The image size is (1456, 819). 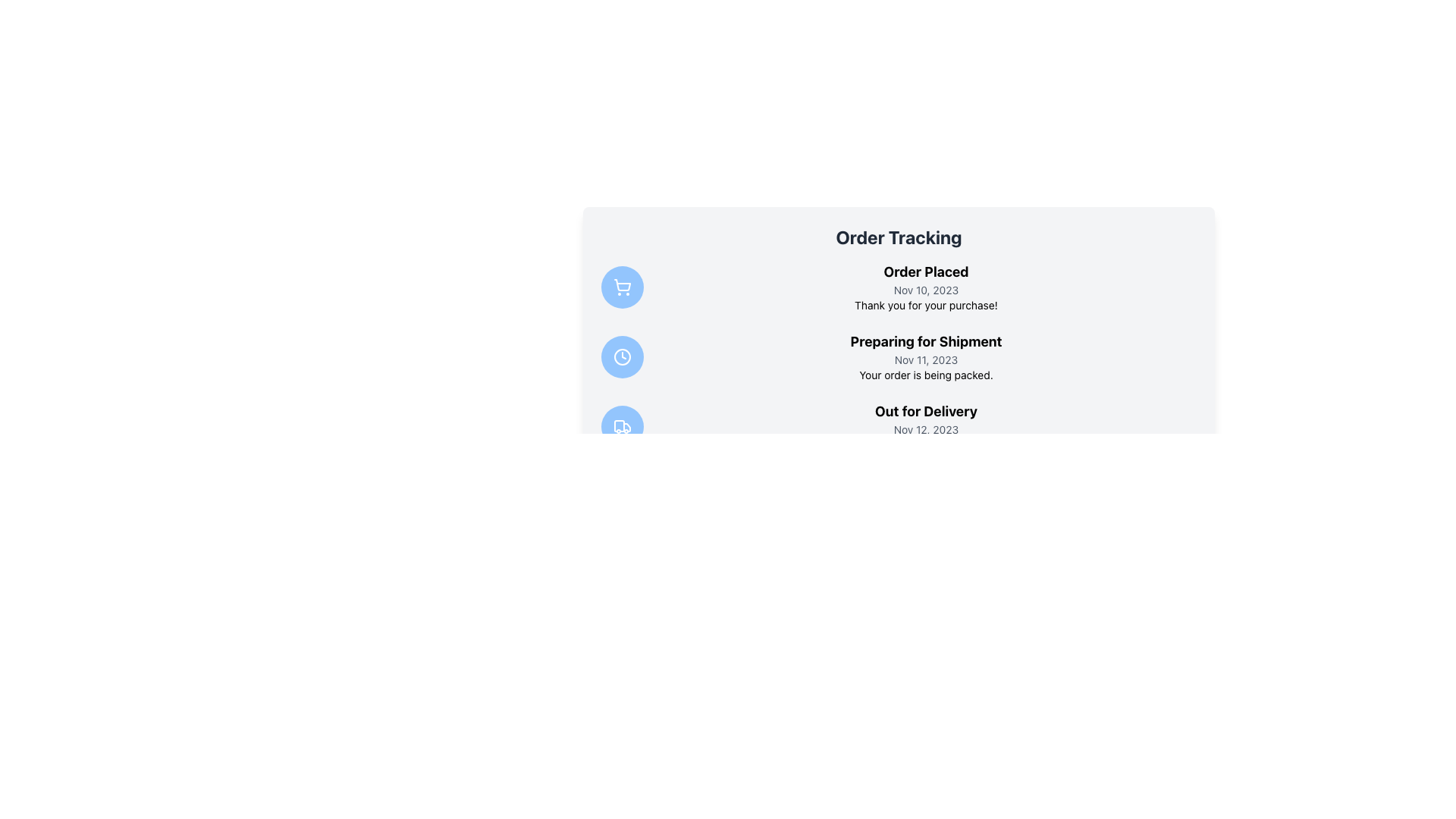 I want to click on the bold text header 'Preparing for Shipment', so click(x=925, y=342).